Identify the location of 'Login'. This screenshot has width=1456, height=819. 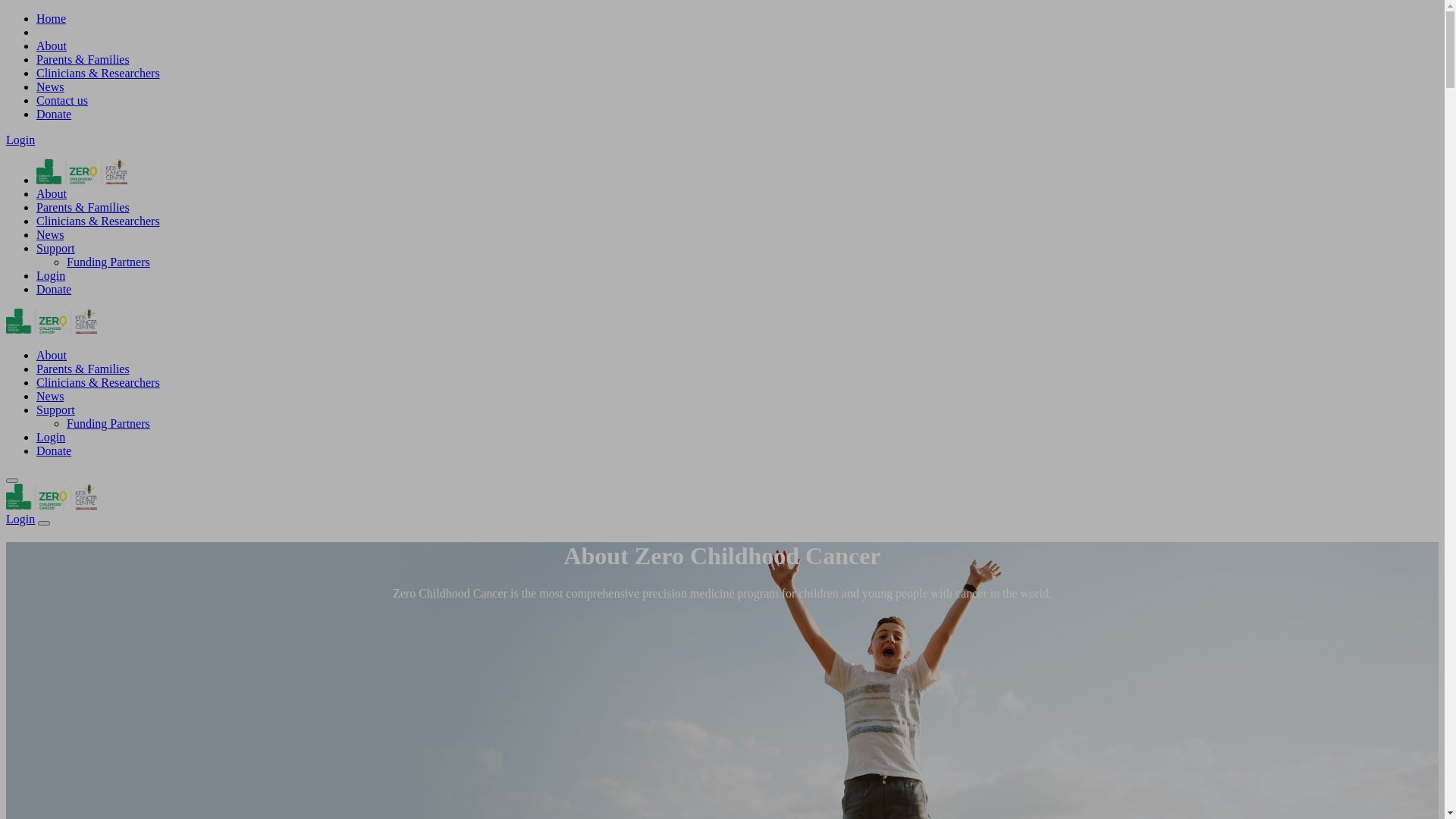
(20, 518).